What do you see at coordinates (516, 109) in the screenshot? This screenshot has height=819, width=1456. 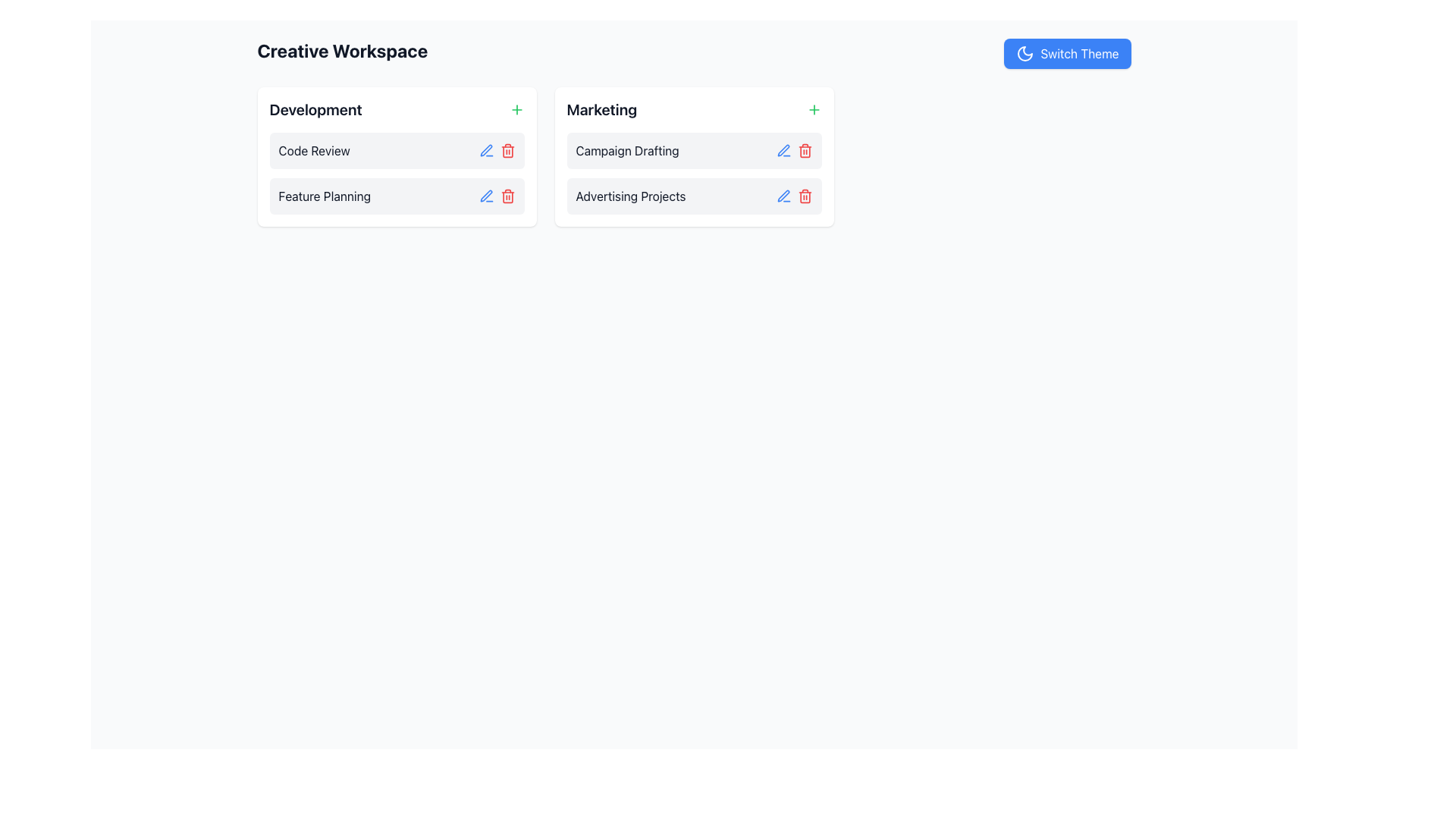 I see `the button located to the far right of the 'Development' header` at bounding box center [516, 109].